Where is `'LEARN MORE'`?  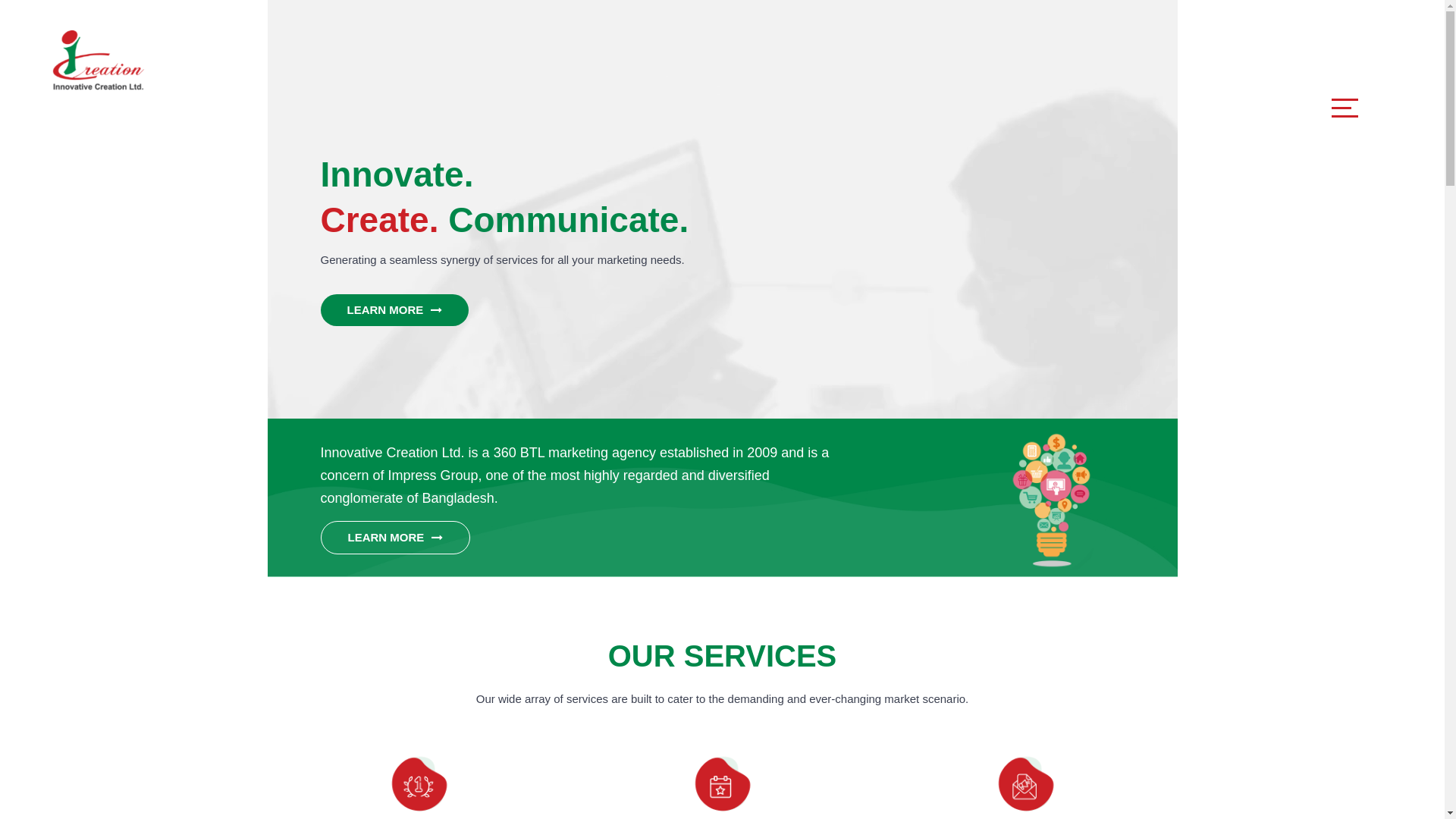 'LEARN MORE' is located at coordinates (394, 537).